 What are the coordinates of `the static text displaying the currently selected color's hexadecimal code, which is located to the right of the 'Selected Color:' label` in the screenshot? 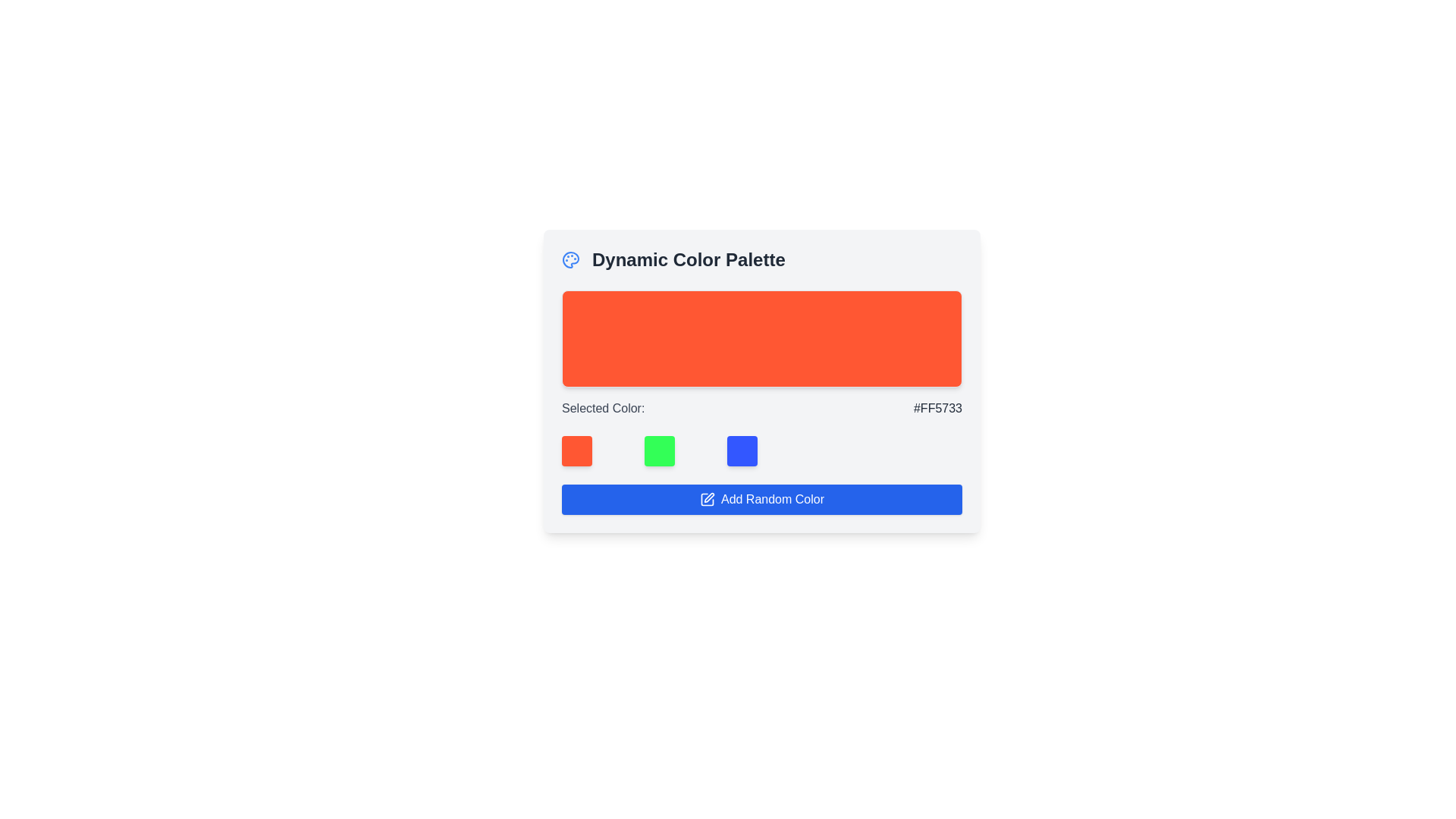 It's located at (937, 408).